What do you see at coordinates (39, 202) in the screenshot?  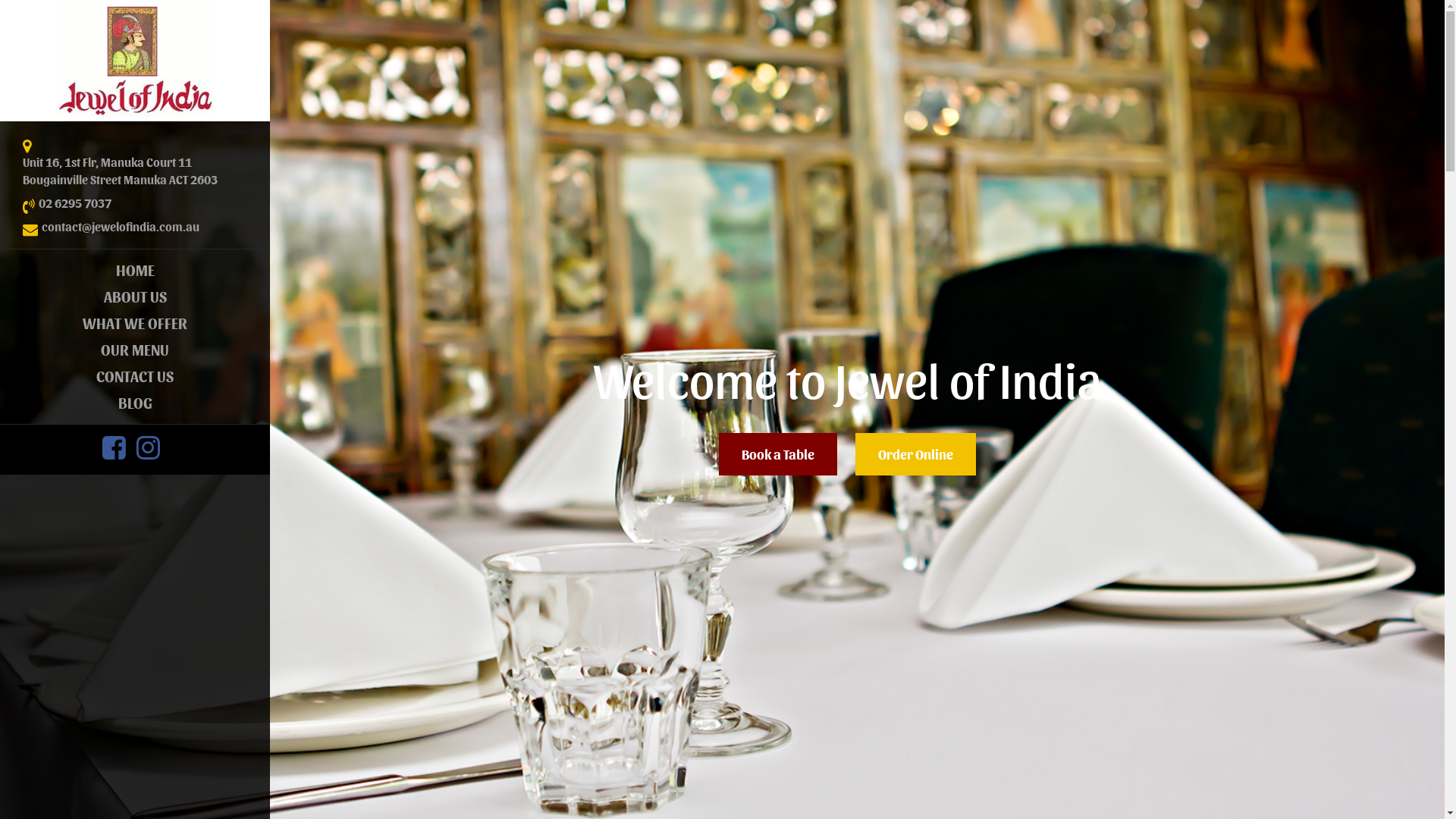 I see `'02 6295 7037'` at bounding box center [39, 202].